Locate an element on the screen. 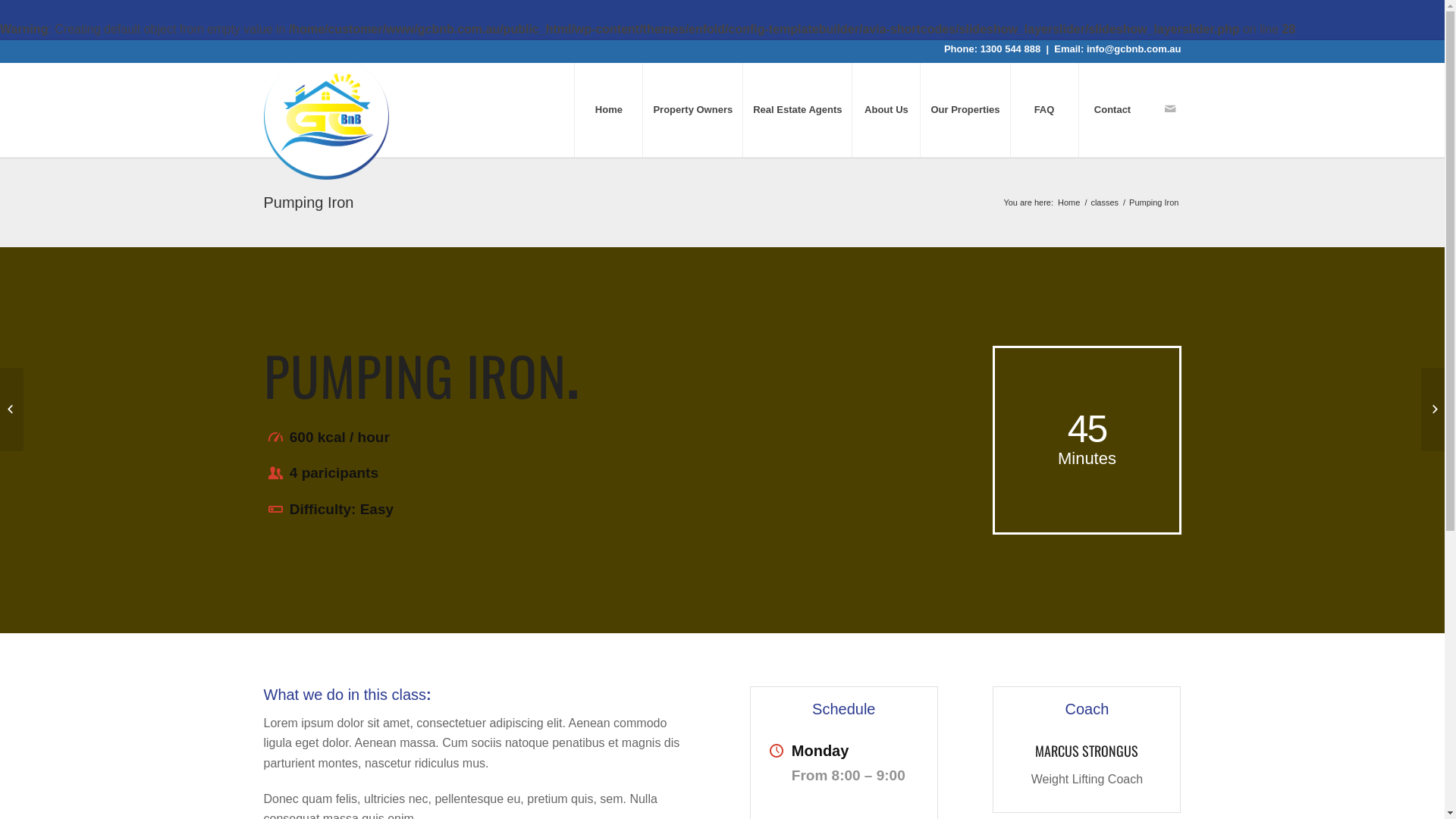 Image resolution: width=1456 pixels, height=819 pixels. 'FAQ' is located at coordinates (1043, 108).